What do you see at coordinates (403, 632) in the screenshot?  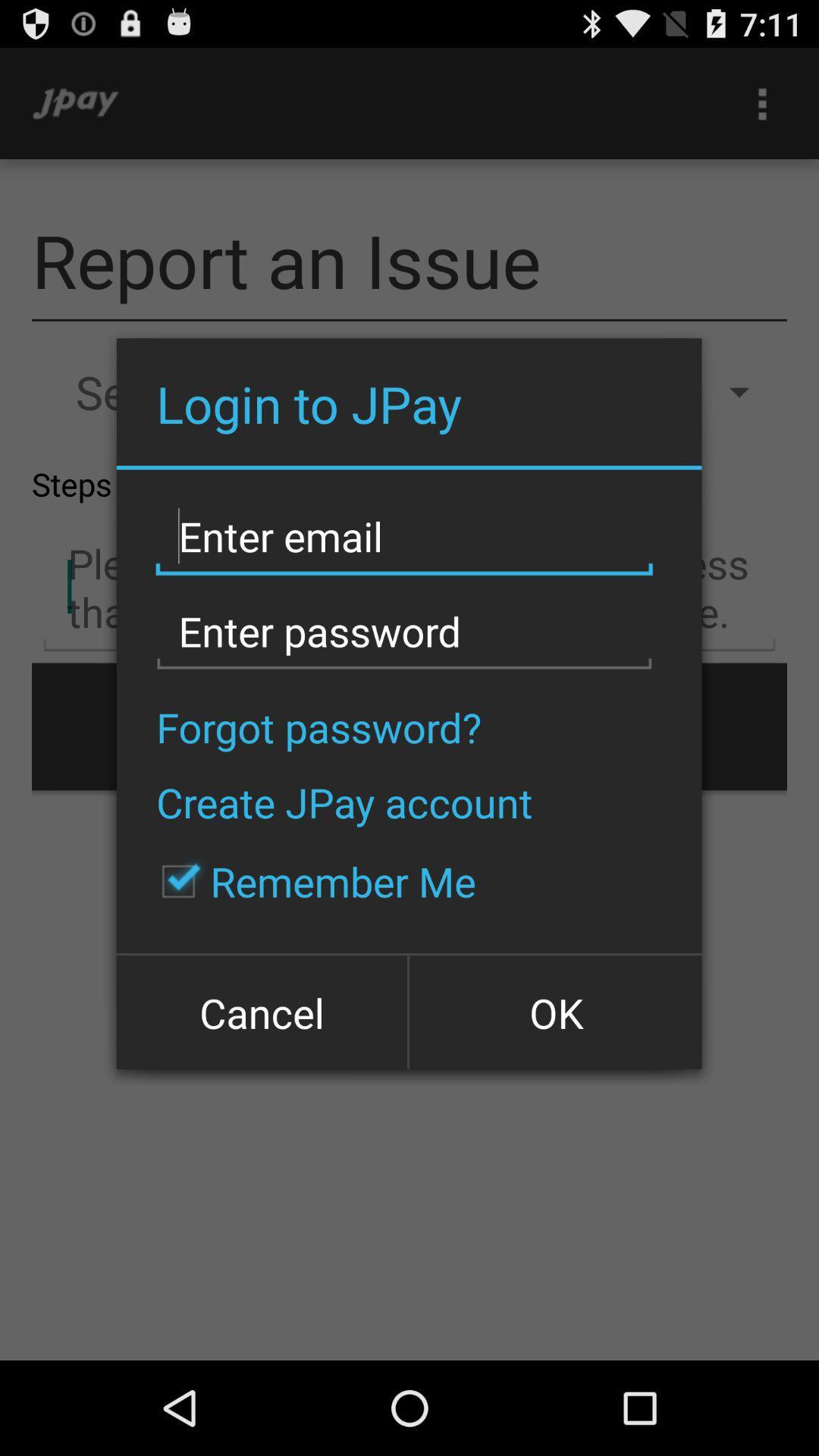 I see `go the enter password` at bounding box center [403, 632].